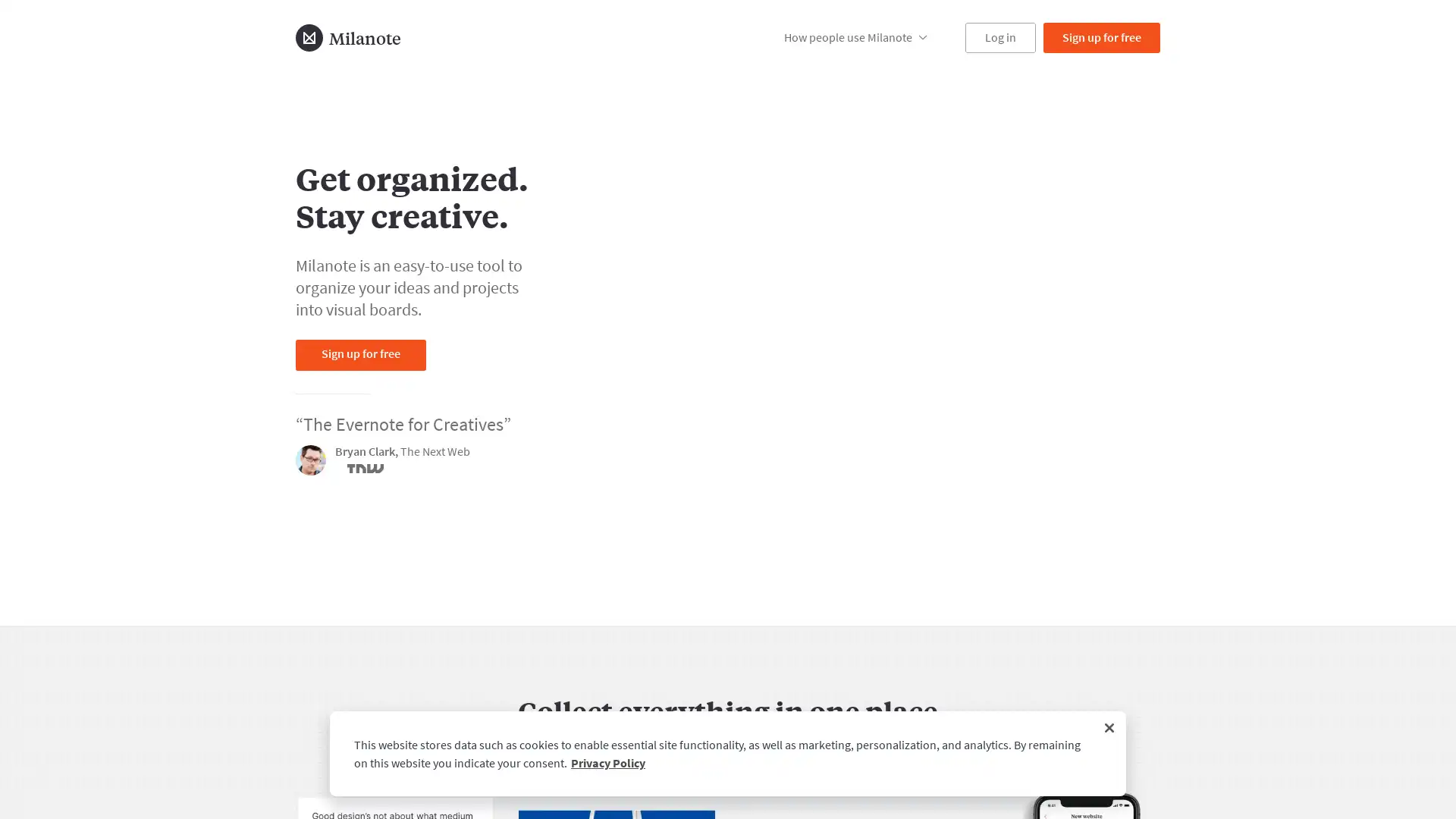  Describe the element at coordinates (1109, 727) in the screenshot. I see `Close` at that location.